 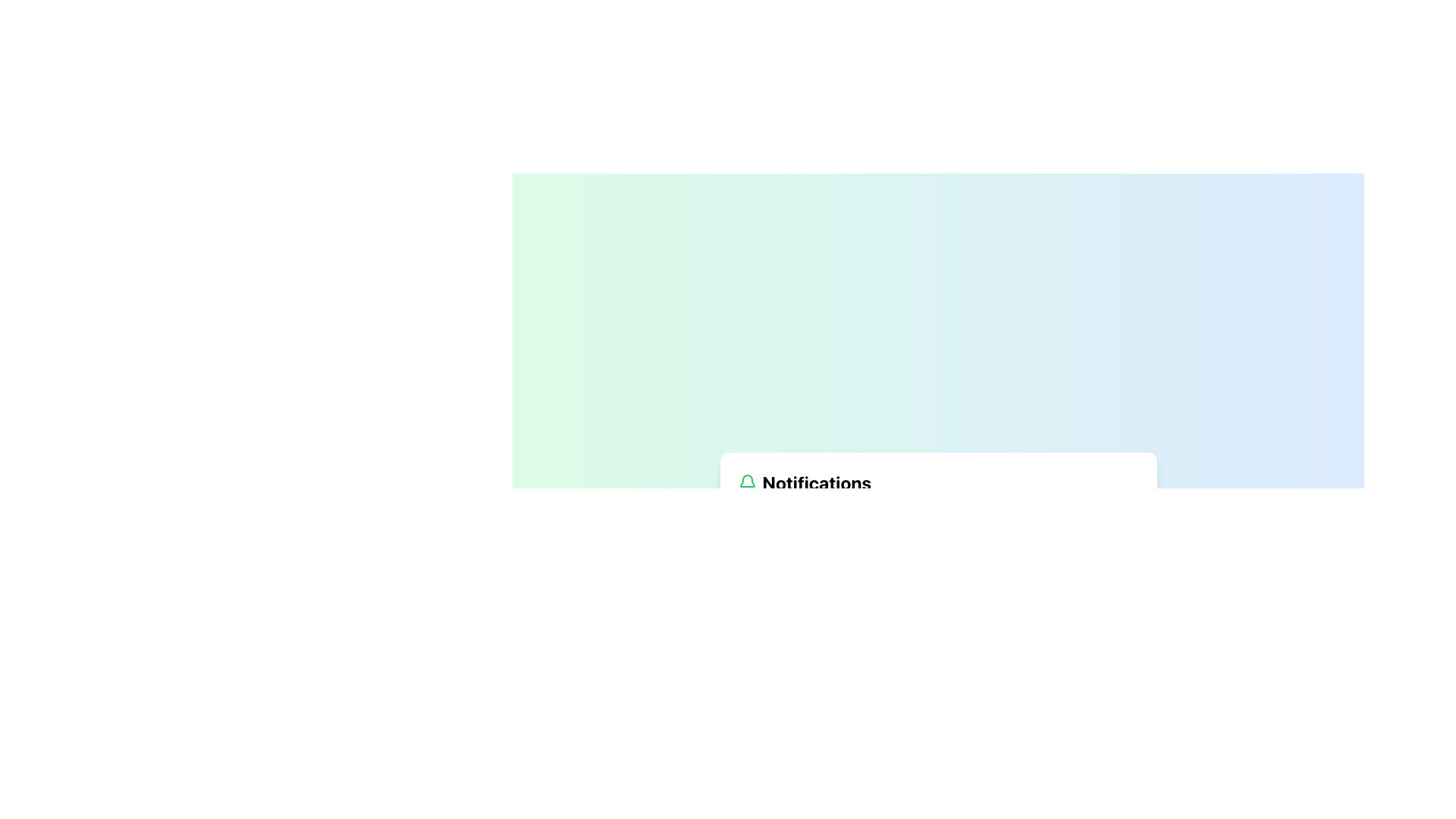 What do you see at coordinates (816, 482) in the screenshot?
I see `the notification section` at bounding box center [816, 482].